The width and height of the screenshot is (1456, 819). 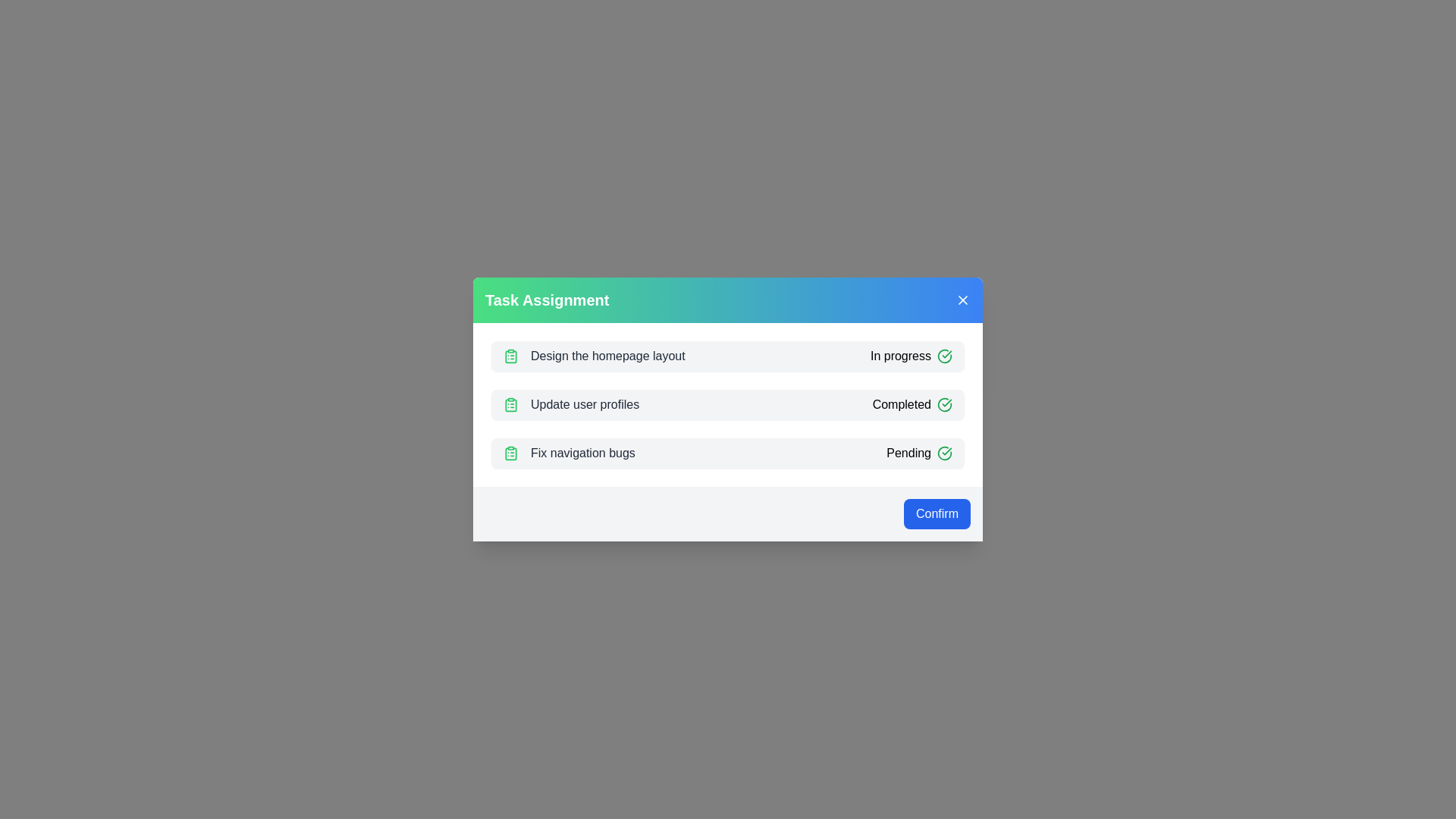 I want to click on the Text label that indicates the pending status of a task, so click(x=908, y=452).